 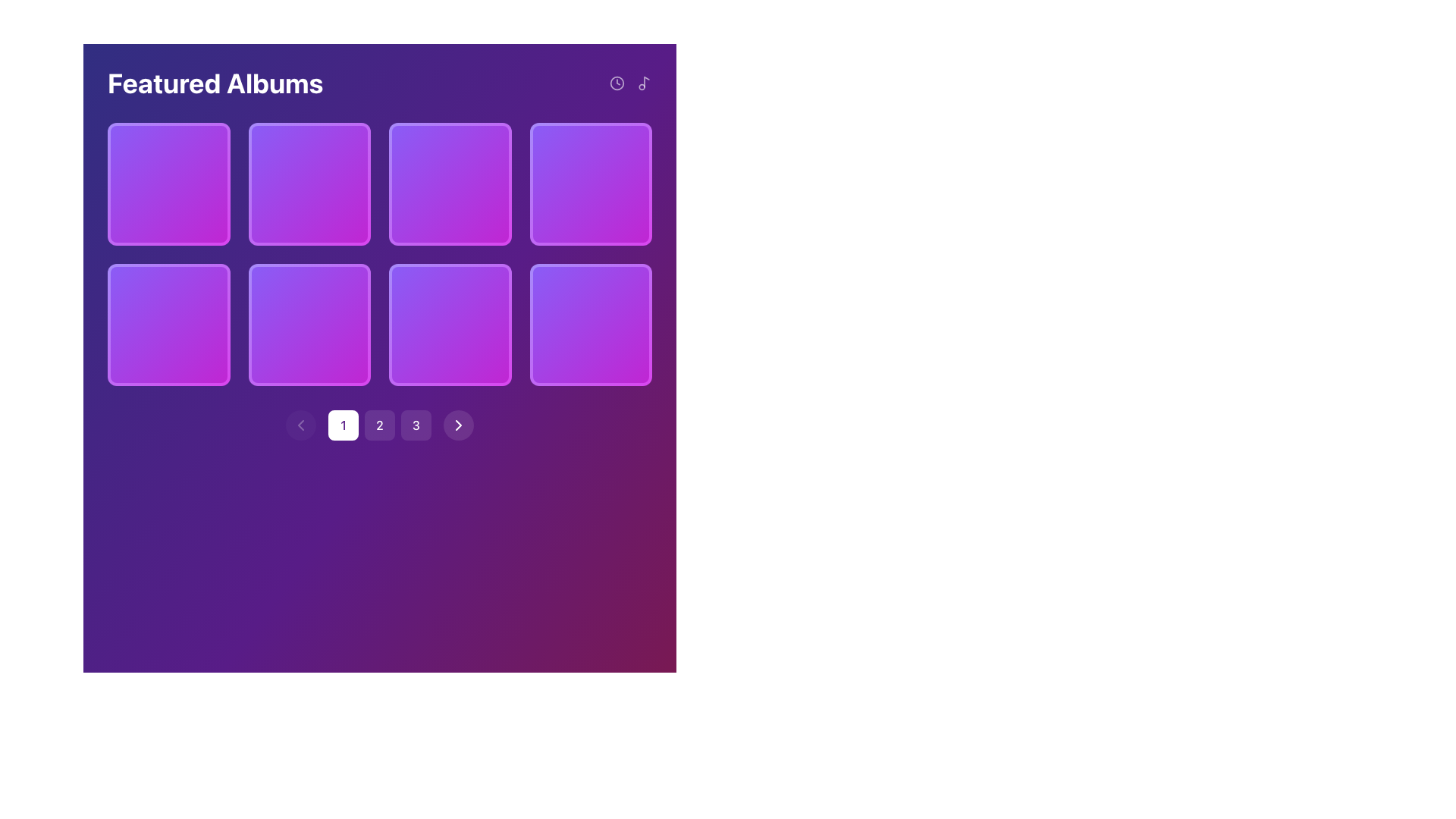 What do you see at coordinates (215, 83) in the screenshot?
I see `the Text Label that serves as a heading indicating 'Featured Albums', located in the upper-left part of the layout` at bounding box center [215, 83].